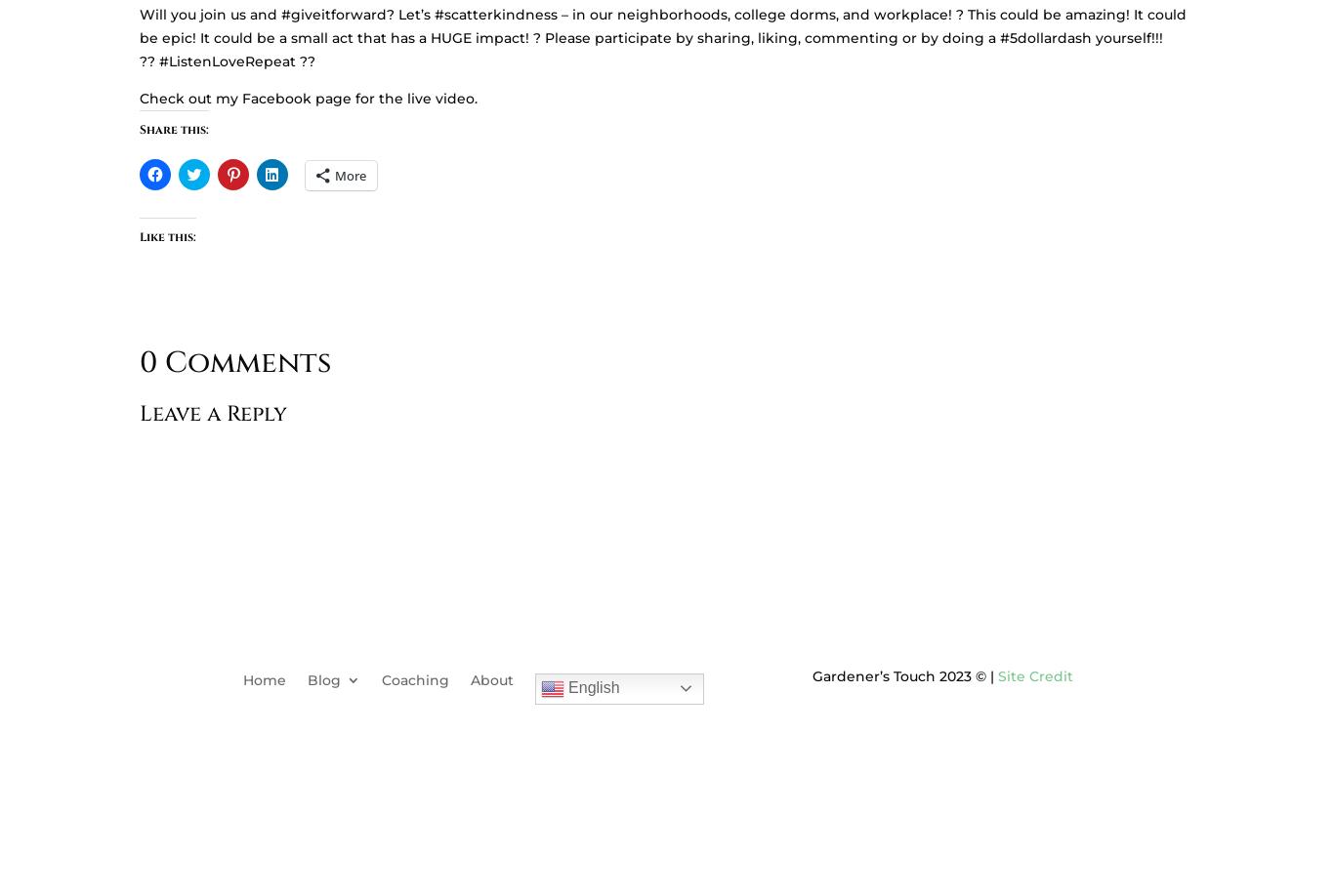  Describe the element at coordinates (590, 685) in the screenshot. I see `'English'` at that location.